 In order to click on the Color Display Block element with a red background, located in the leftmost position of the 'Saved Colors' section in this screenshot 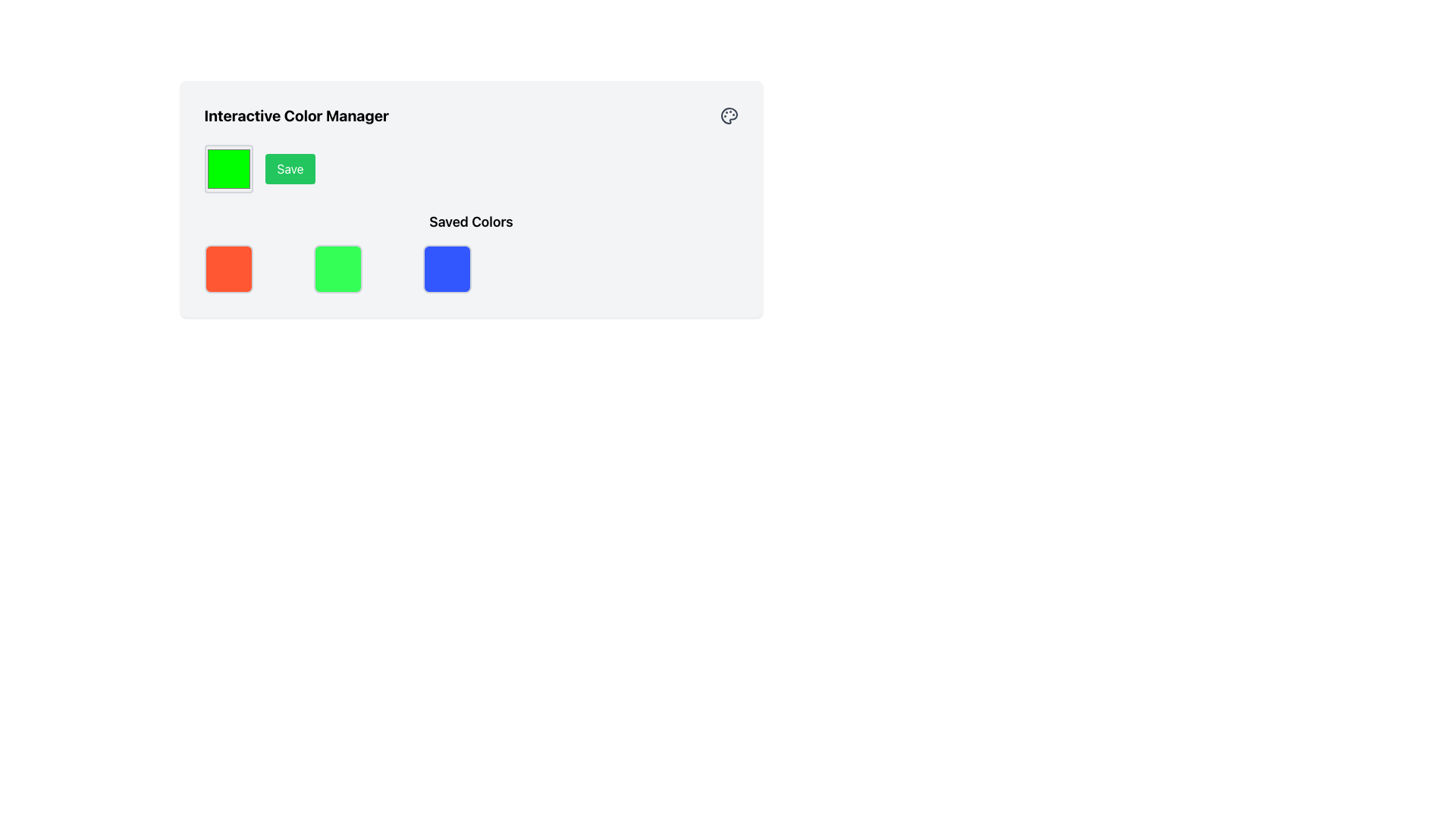, I will do `click(253, 268)`.